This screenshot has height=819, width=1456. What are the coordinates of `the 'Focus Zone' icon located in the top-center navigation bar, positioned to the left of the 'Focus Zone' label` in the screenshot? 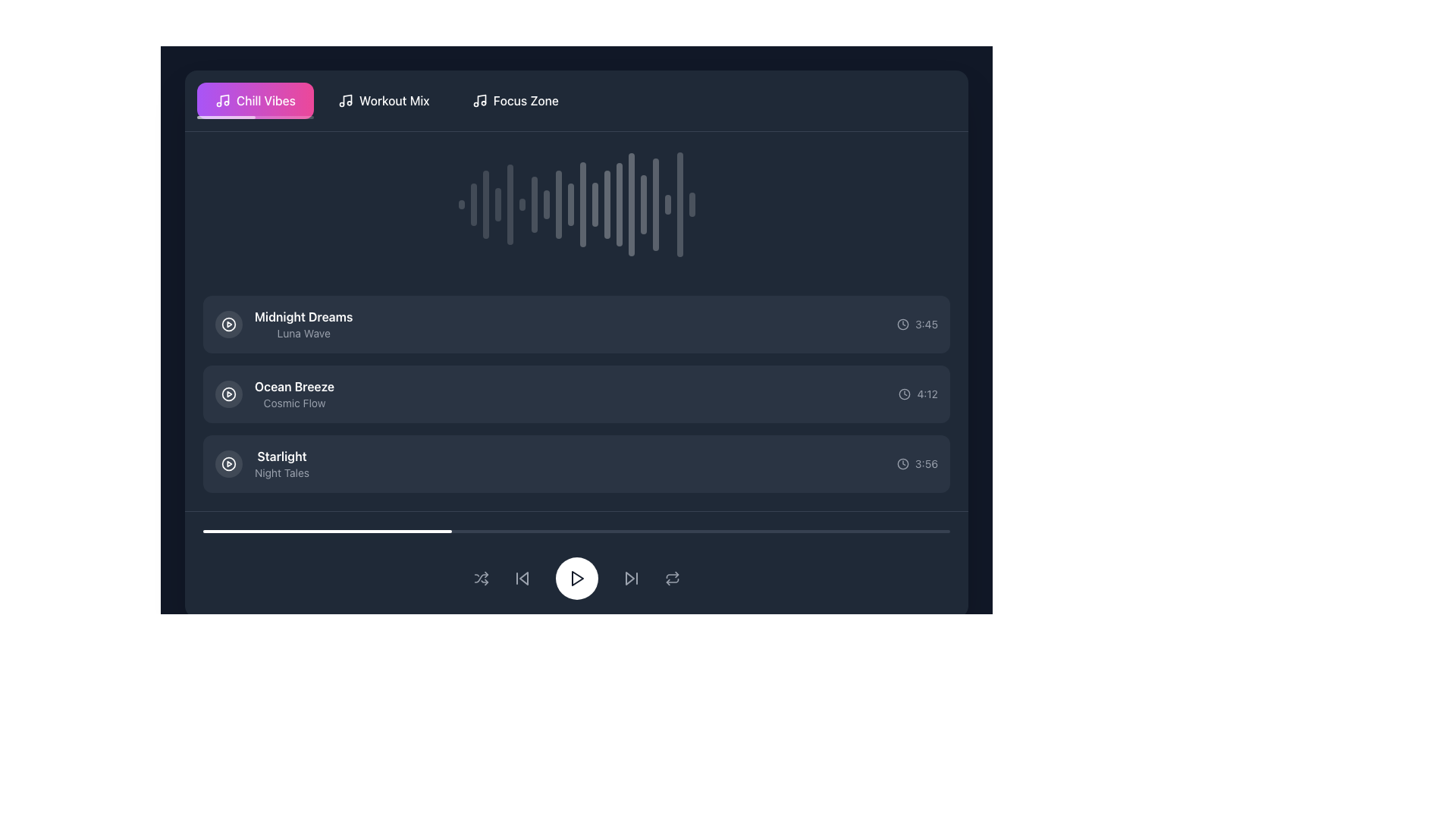 It's located at (479, 100).